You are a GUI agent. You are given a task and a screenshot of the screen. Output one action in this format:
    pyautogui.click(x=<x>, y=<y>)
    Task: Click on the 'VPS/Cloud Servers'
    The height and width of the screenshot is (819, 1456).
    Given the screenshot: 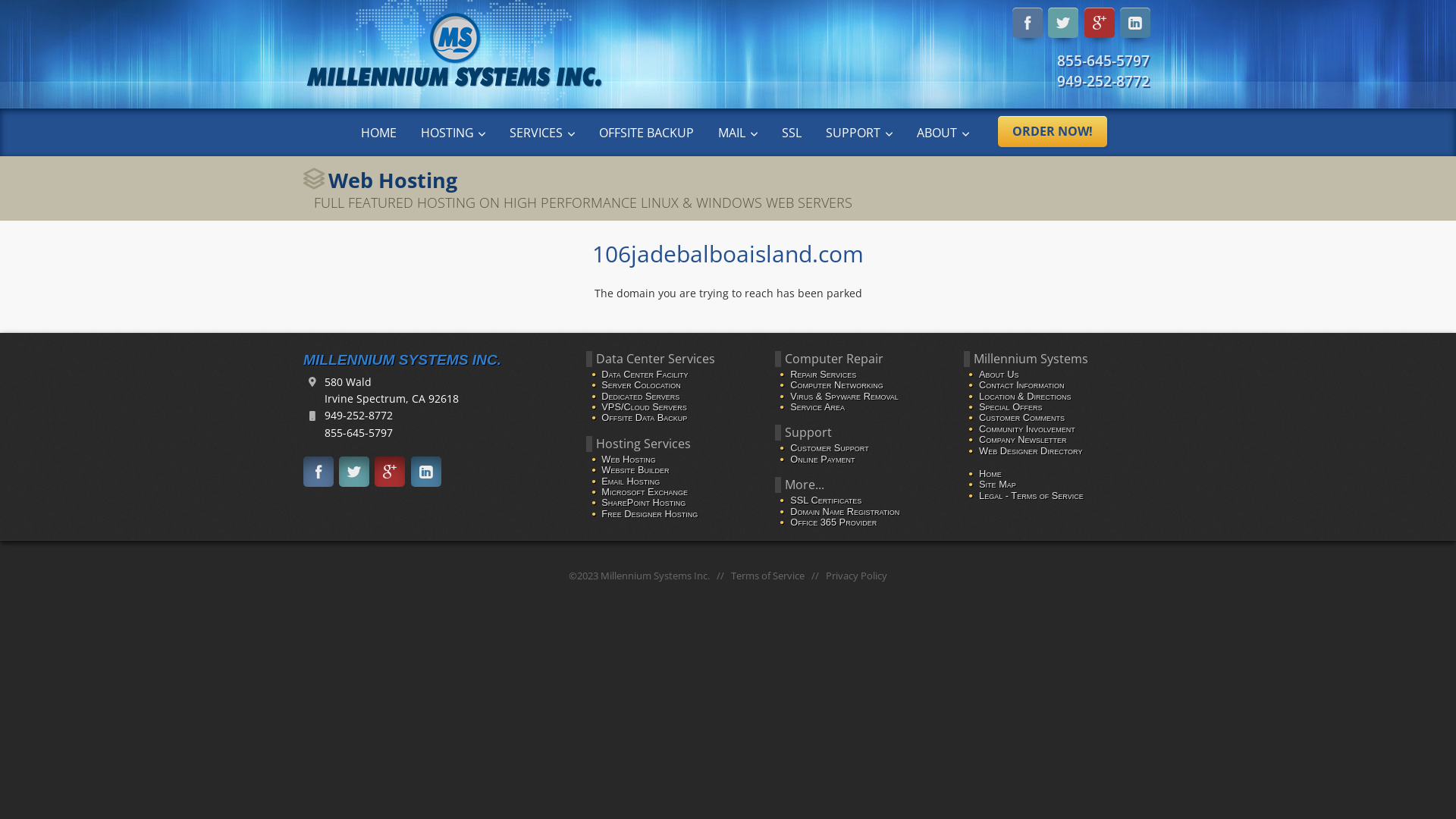 What is the action you would take?
    pyautogui.click(x=644, y=406)
    